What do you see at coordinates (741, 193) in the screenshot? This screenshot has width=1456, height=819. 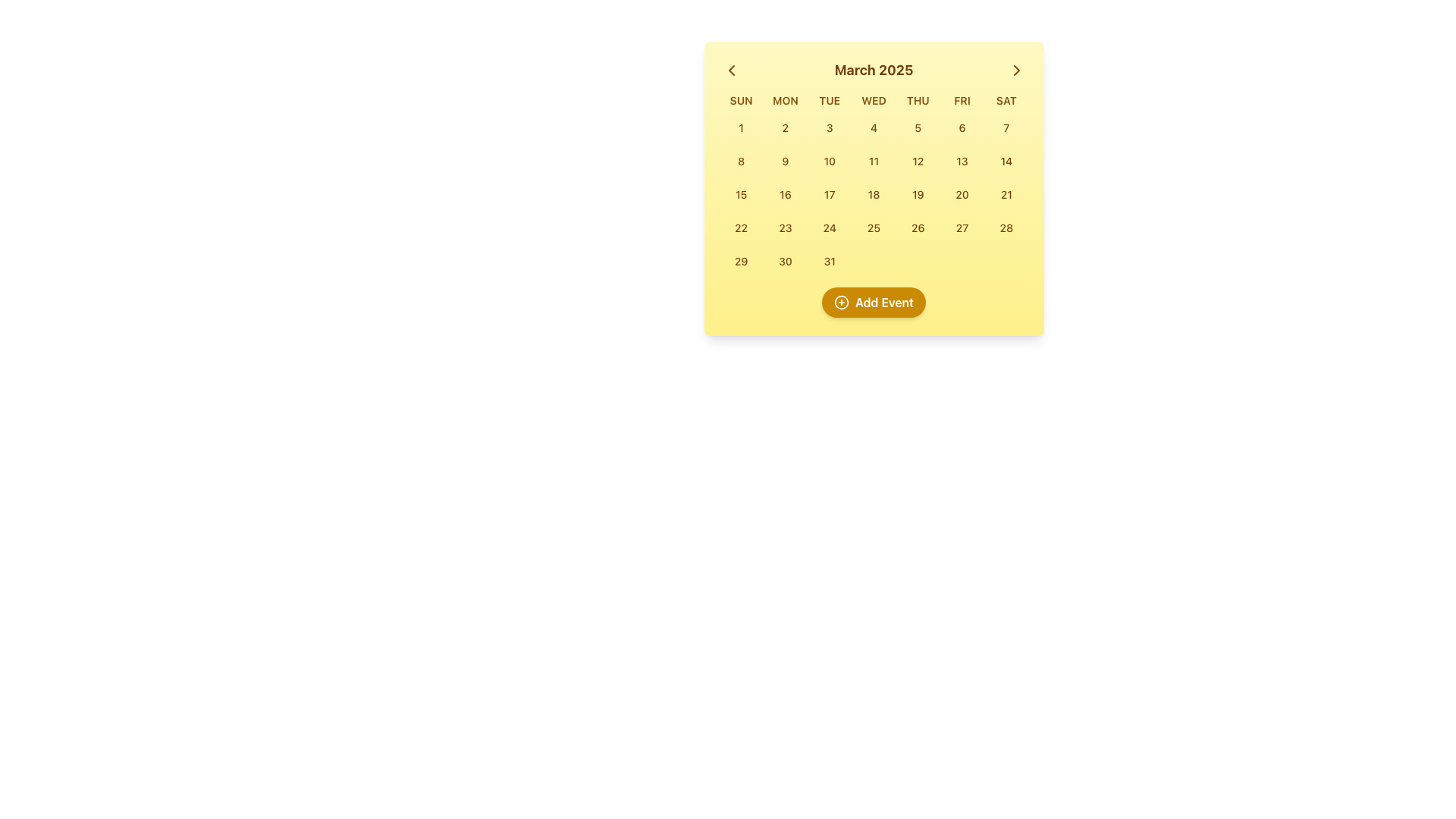 I see `the interactive calendar cell displaying the date '15' for March 2025, styled in bold dark yellow on a yellow background` at bounding box center [741, 193].